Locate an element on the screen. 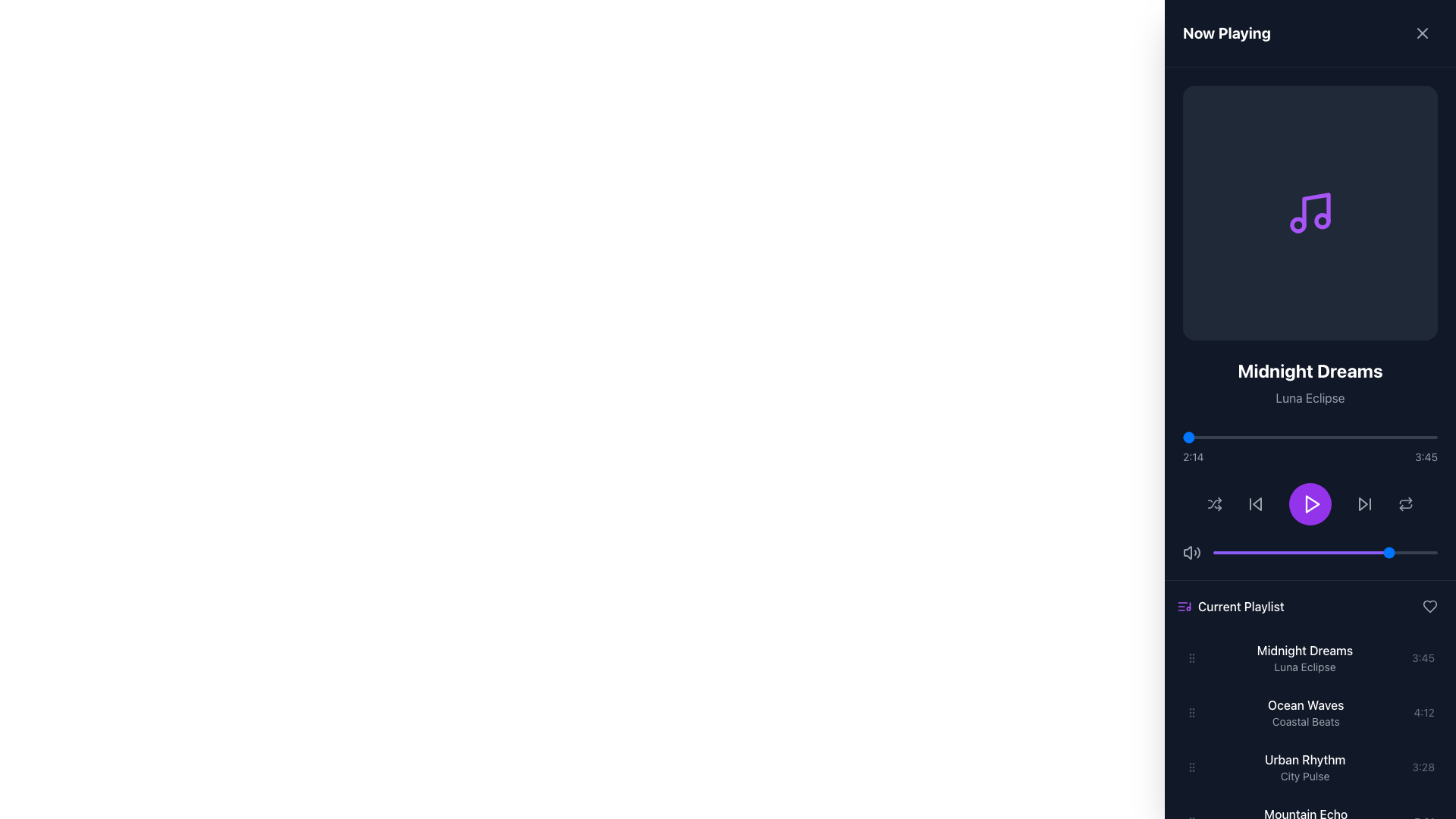  the song progress is located at coordinates (1338, 438).